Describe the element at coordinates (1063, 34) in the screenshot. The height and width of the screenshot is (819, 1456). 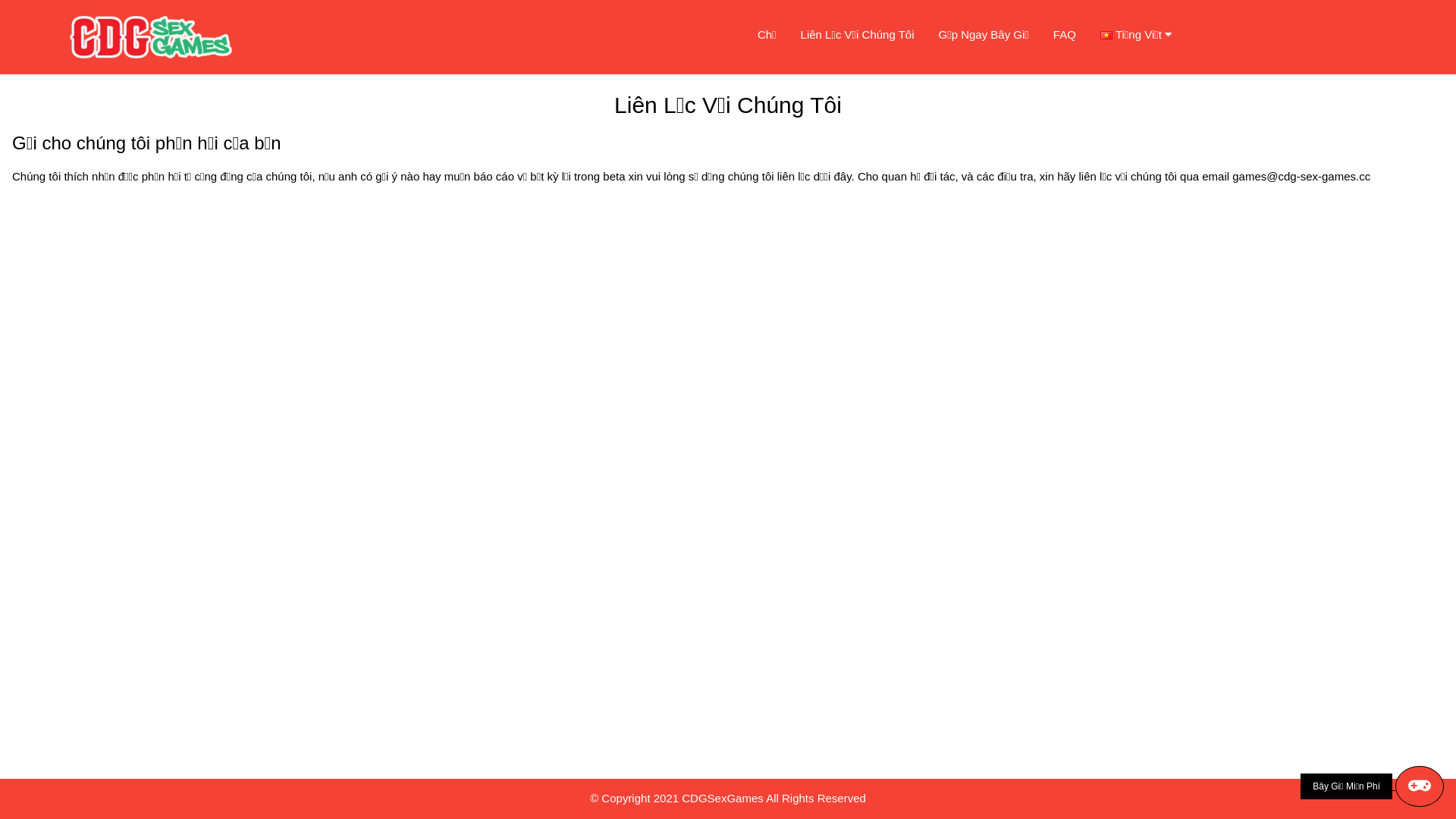
I see `'FAQ'` at that location.